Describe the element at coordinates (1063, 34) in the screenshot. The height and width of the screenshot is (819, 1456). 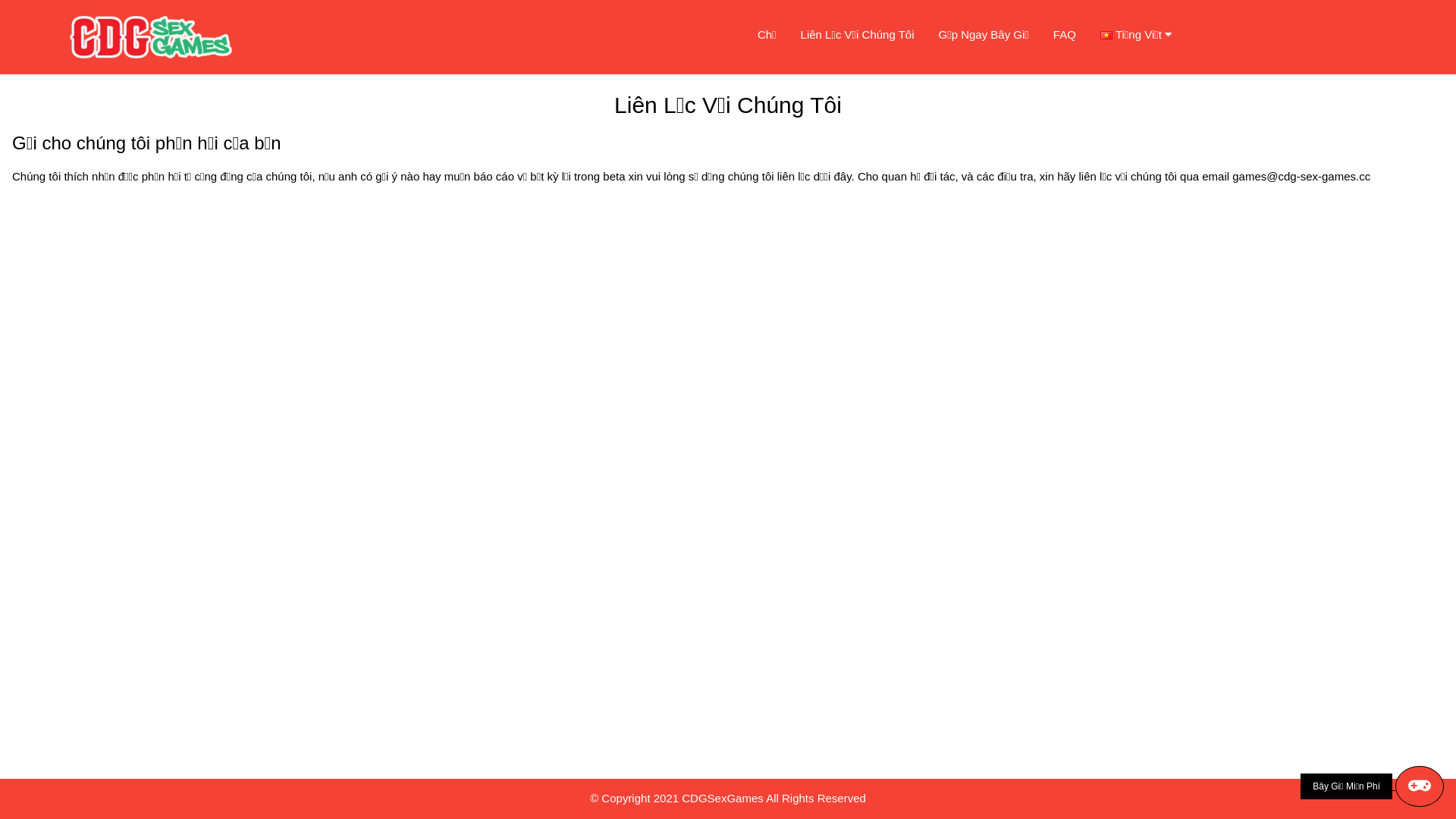
I see `'FAQ'` at that location.